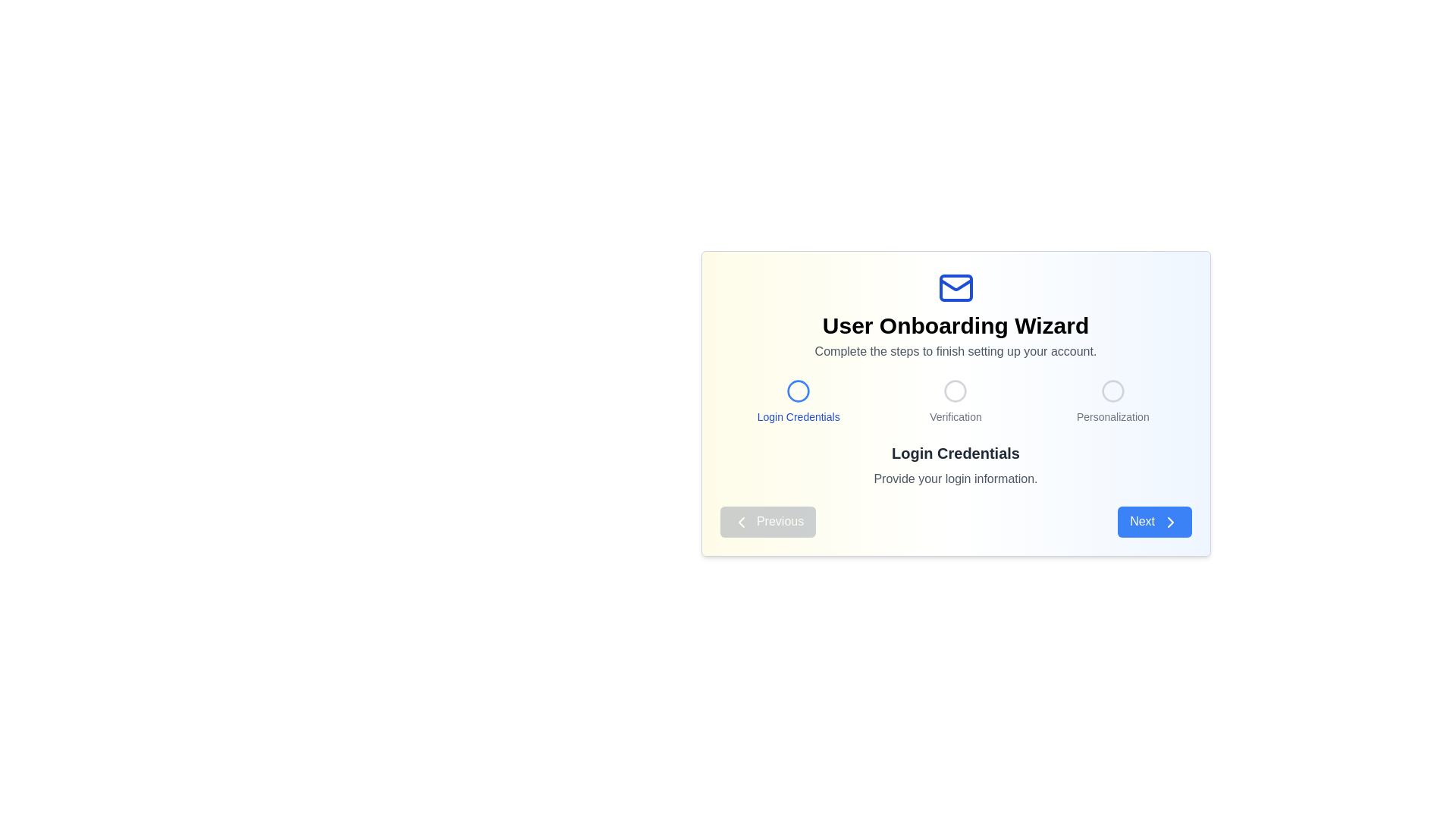 Image resolution: width=1456 pixels, height=819 pixels. Describe the element at coordinates (954, 400) in the screenshot. I see `the 'Verification' step indicator in the multi-step onboarding process` at that location.